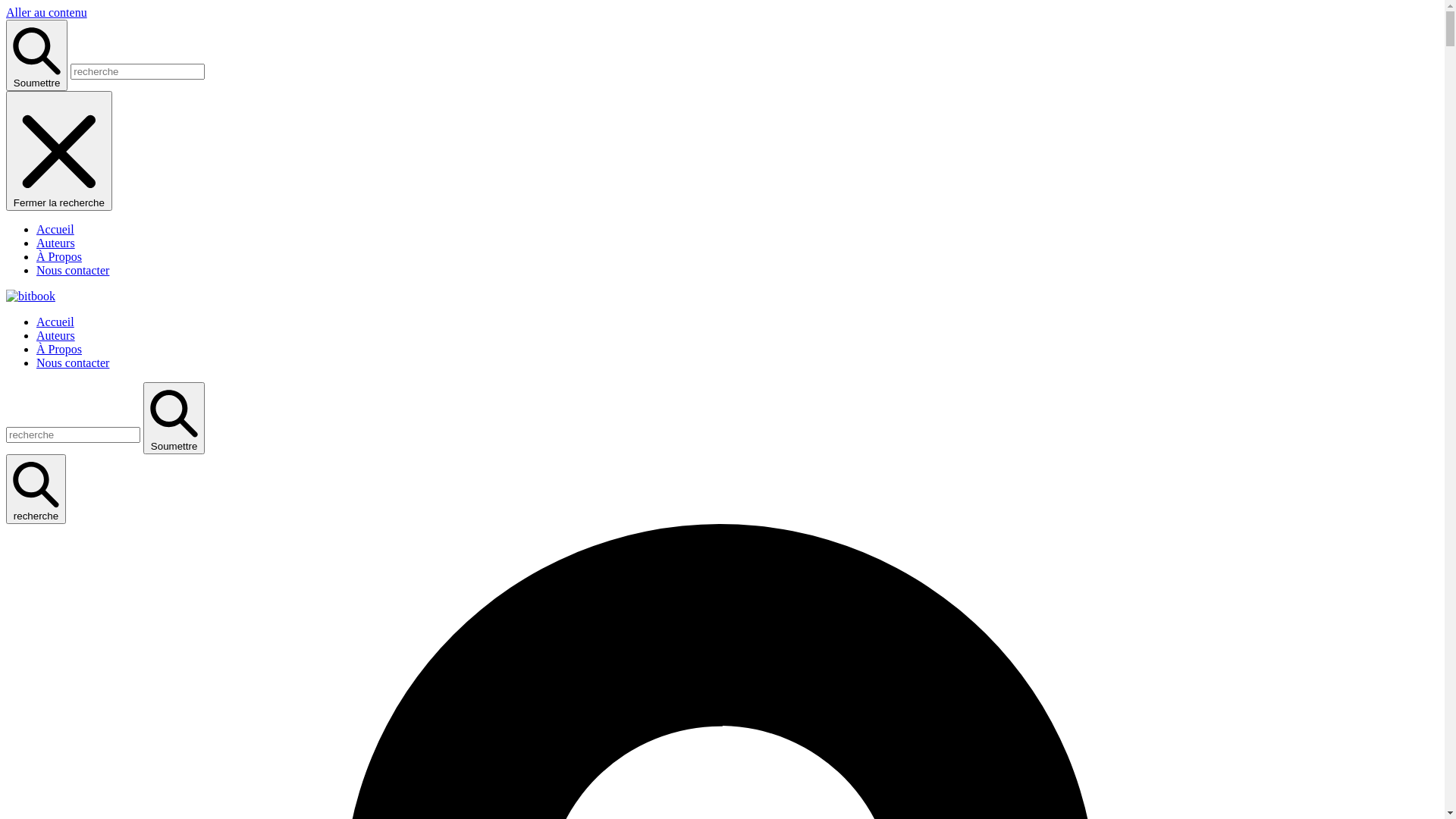 Image resolution: width=1456 pixels, height=819 pixels. What do you see at coordinates (36, 269) in the screenshot?
I see `'Nous contacter'` at bounding box center [36, 269].